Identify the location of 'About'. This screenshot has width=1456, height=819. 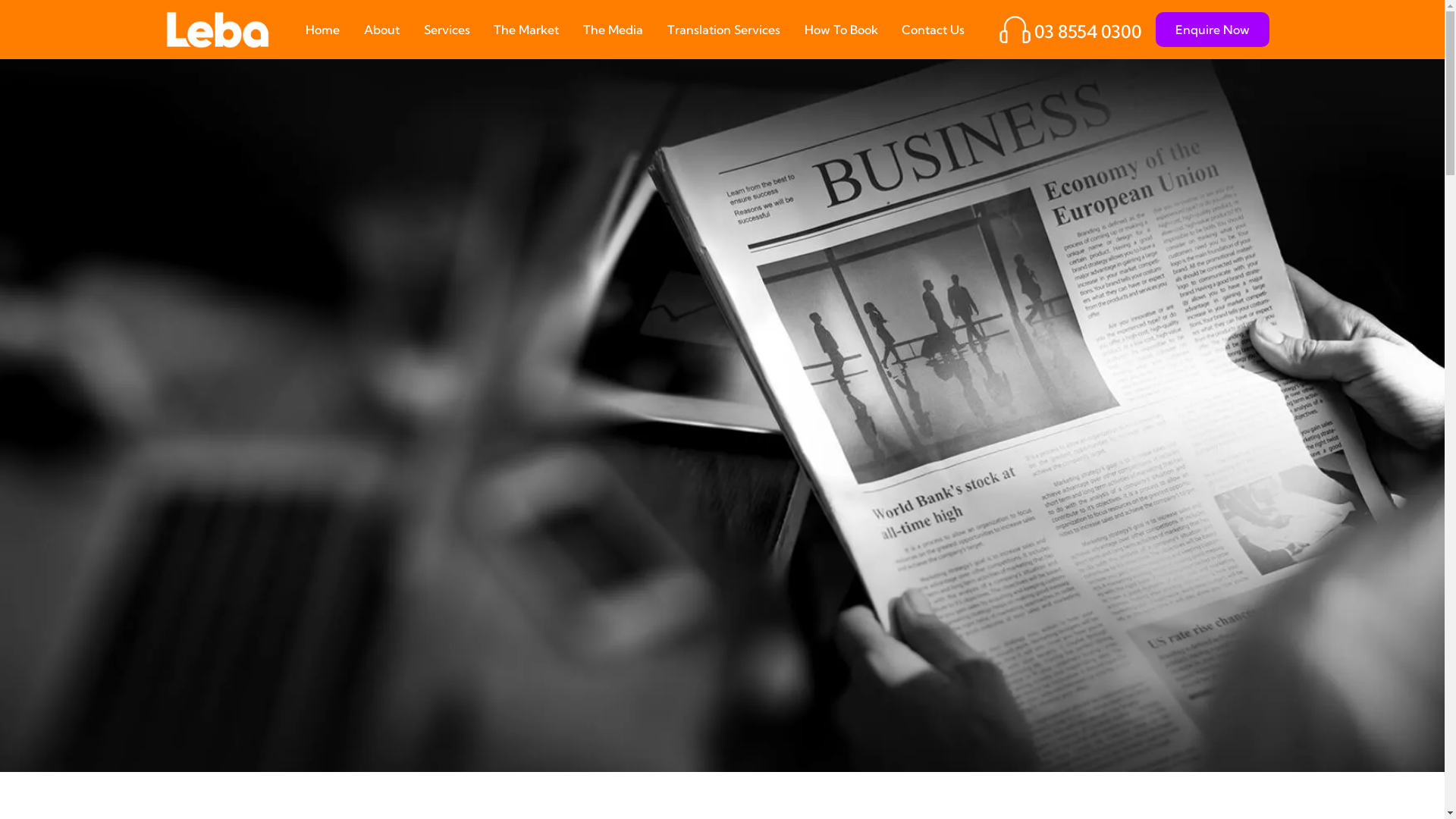
(381, 29).